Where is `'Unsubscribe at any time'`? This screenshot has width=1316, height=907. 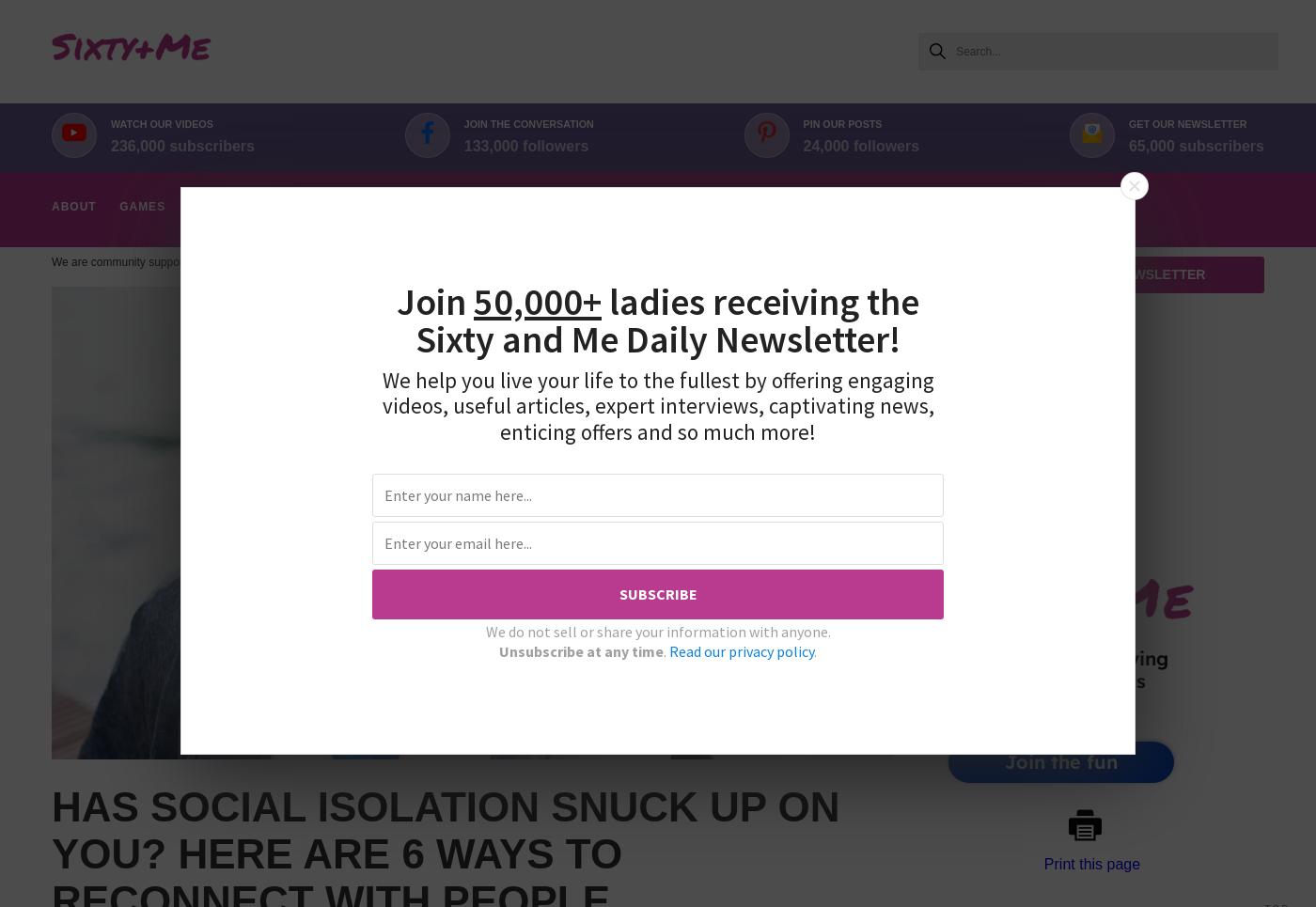
'Unsubscribe at any time' is located at coordinates (581, 649).